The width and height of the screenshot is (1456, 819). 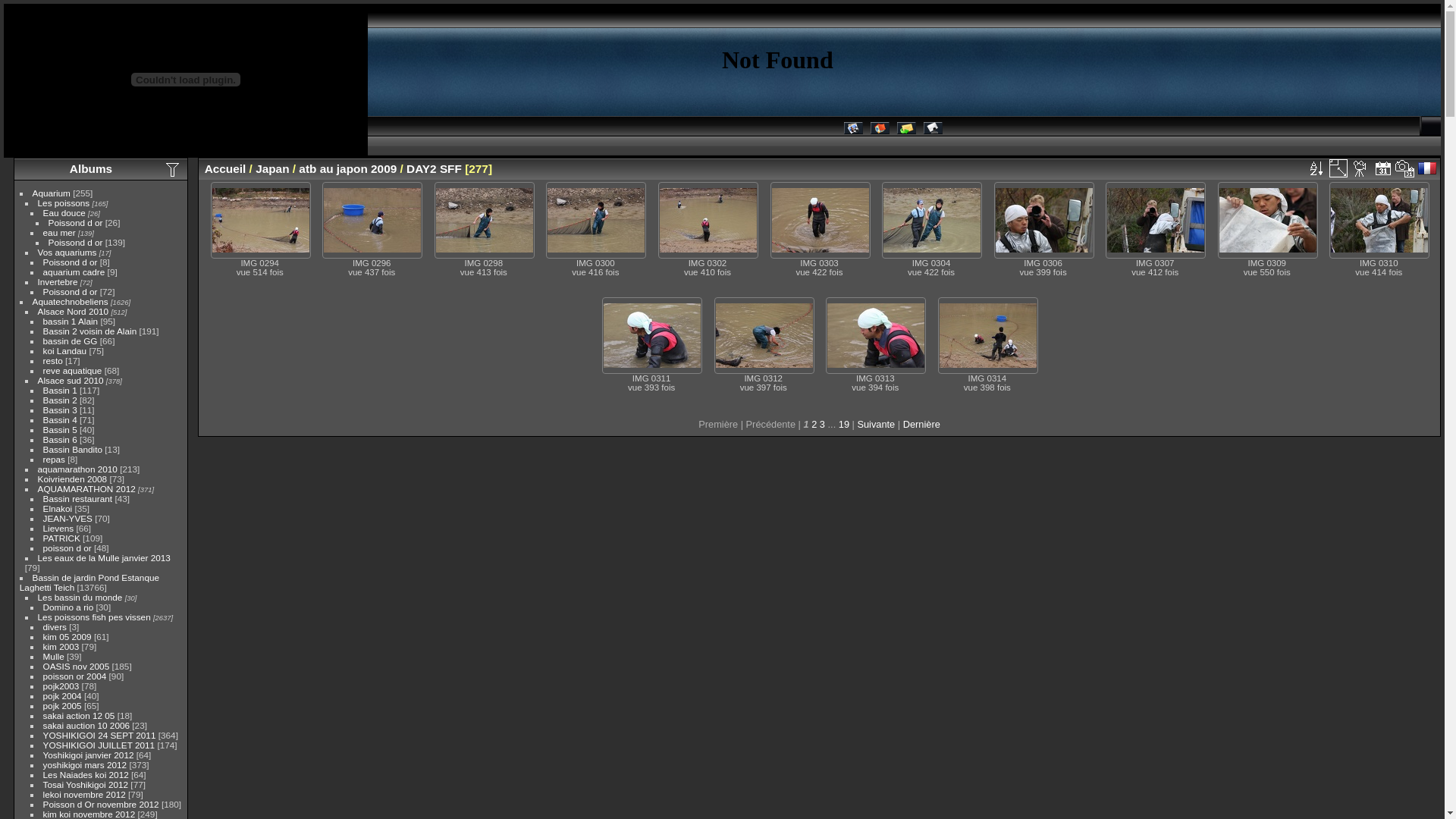 I want to click on 'sakai action 12 05', so click(x=78, y=715).